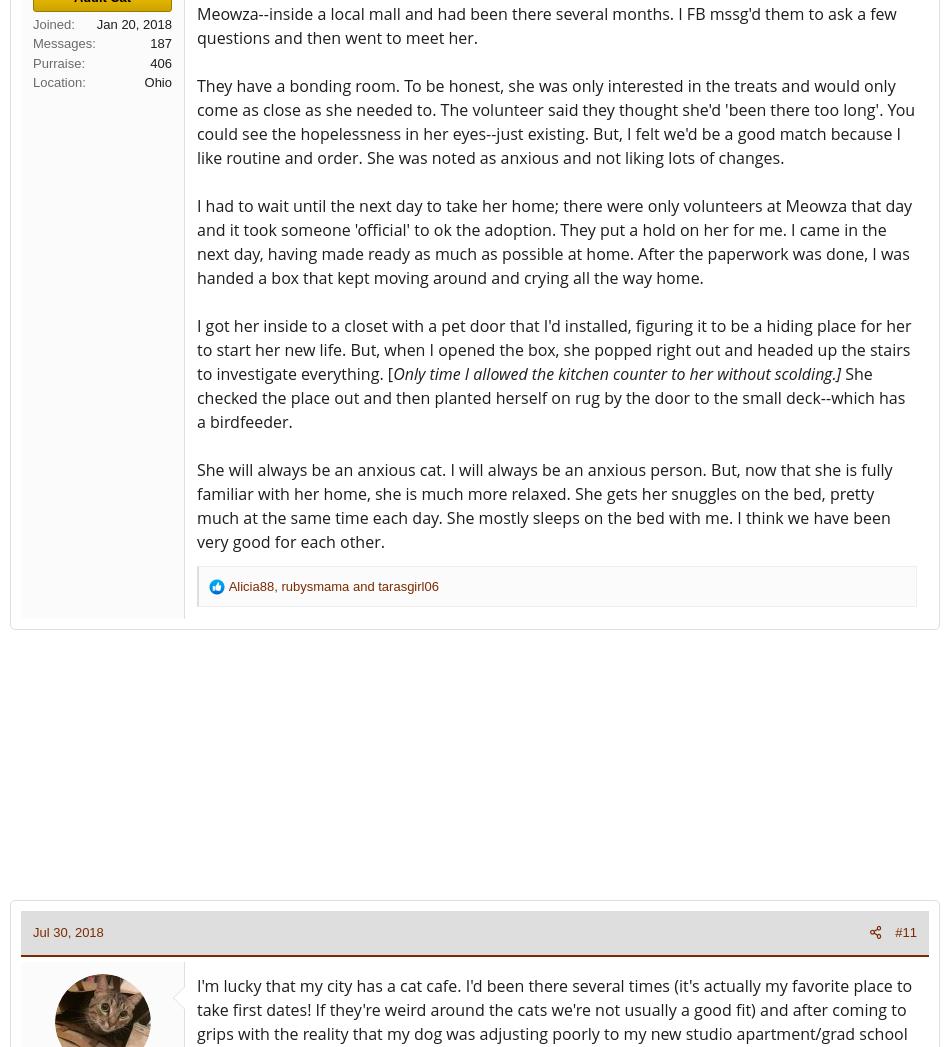 This screenshot has height=1047, width=950. Describe the element at coordinates (197, 396) in the screenshot. I see `'She checked the place out and then planted herself on rug by the door to the small deck--which has a birdfeeder.'` at that location.